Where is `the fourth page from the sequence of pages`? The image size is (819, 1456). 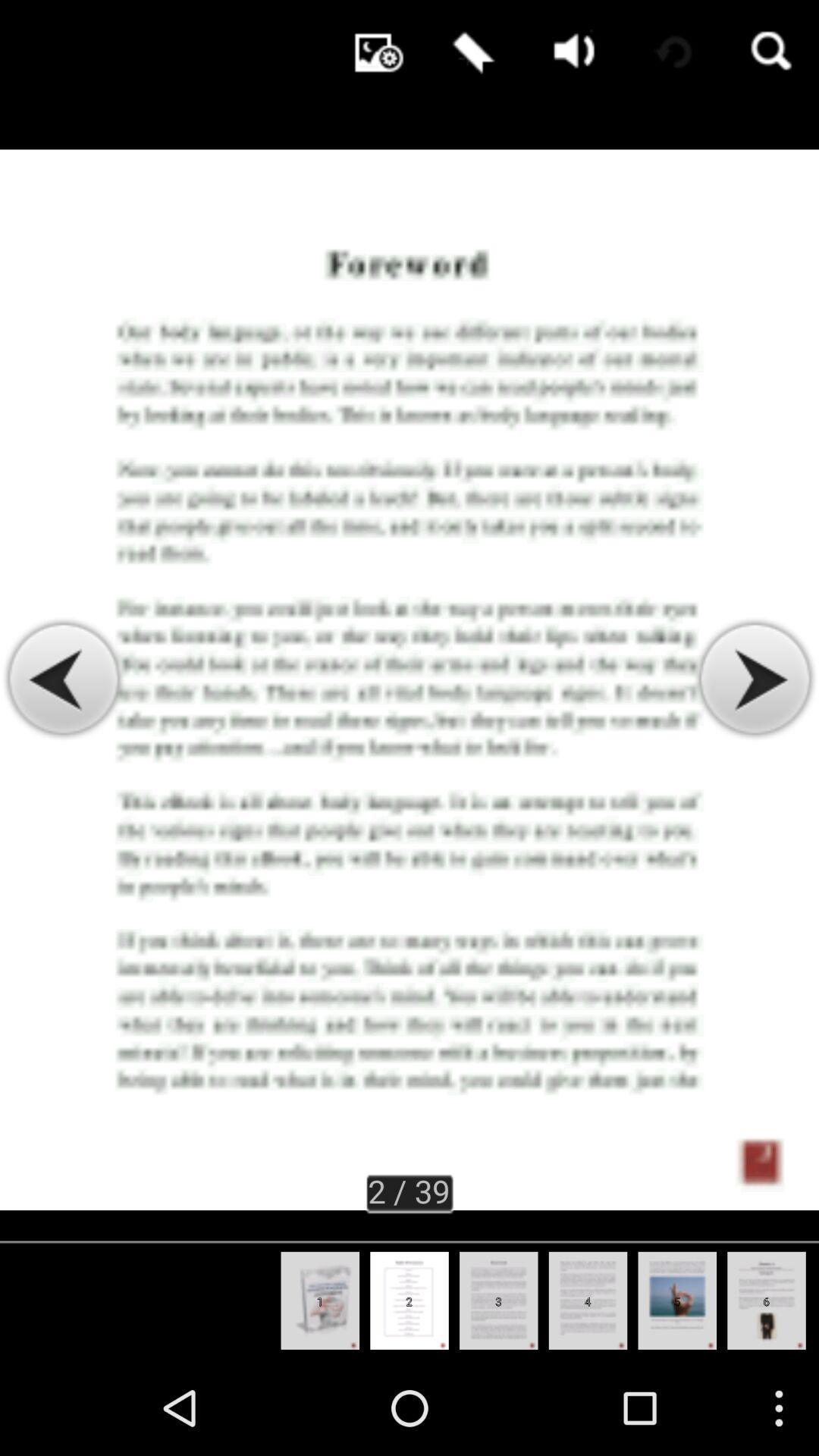 the fourth page from the sequence of pages is located at coordinates (587, 1300).